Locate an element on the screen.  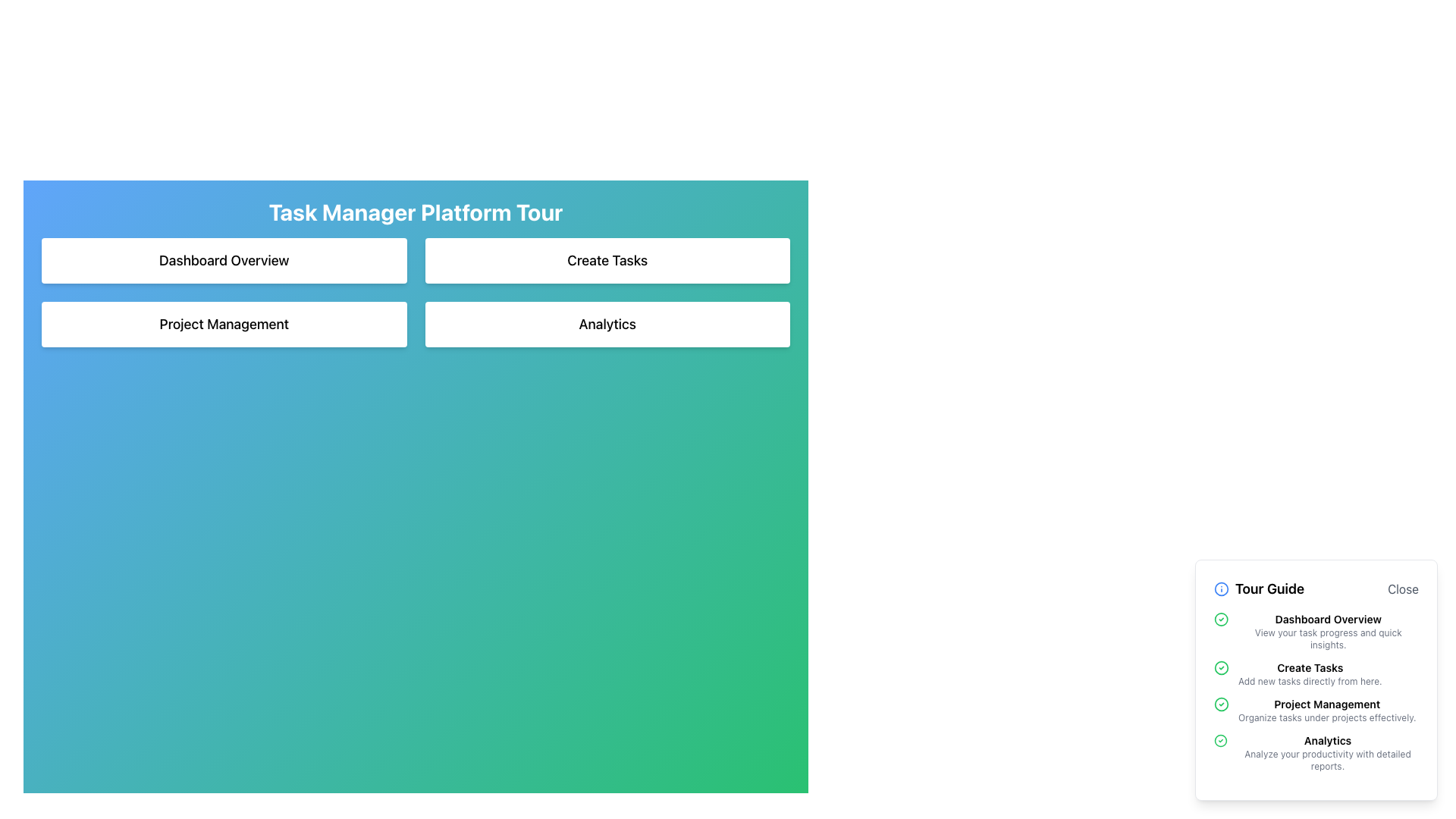
the 'Create Tasks' button, which is a white rectangular button with rounded corners and bold black text is located at coordinates (607, 259).